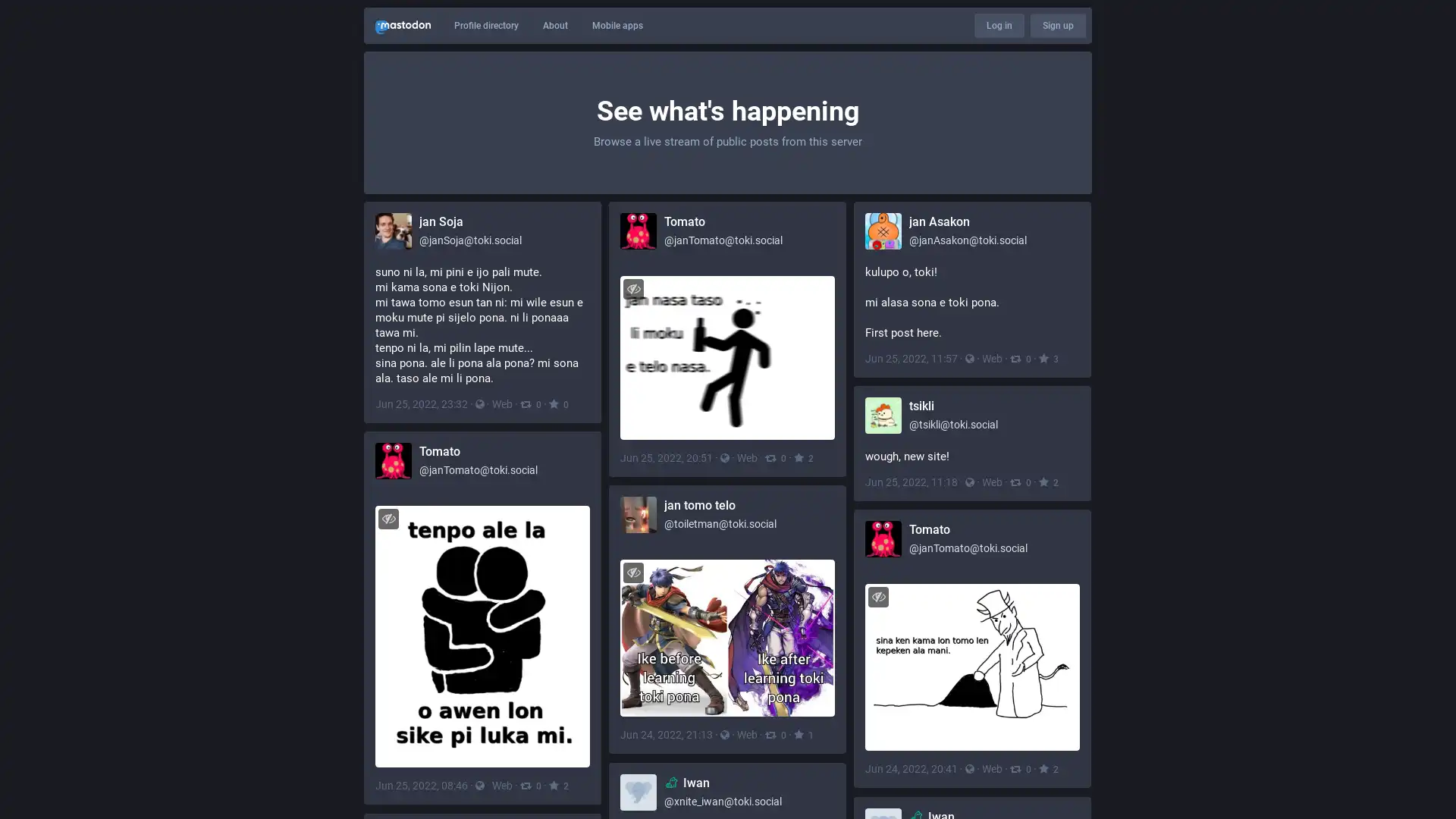  What do you see at coordinates (633, 572) in the screenshot?
I see `Hide image` at bounding box center [633, 572].